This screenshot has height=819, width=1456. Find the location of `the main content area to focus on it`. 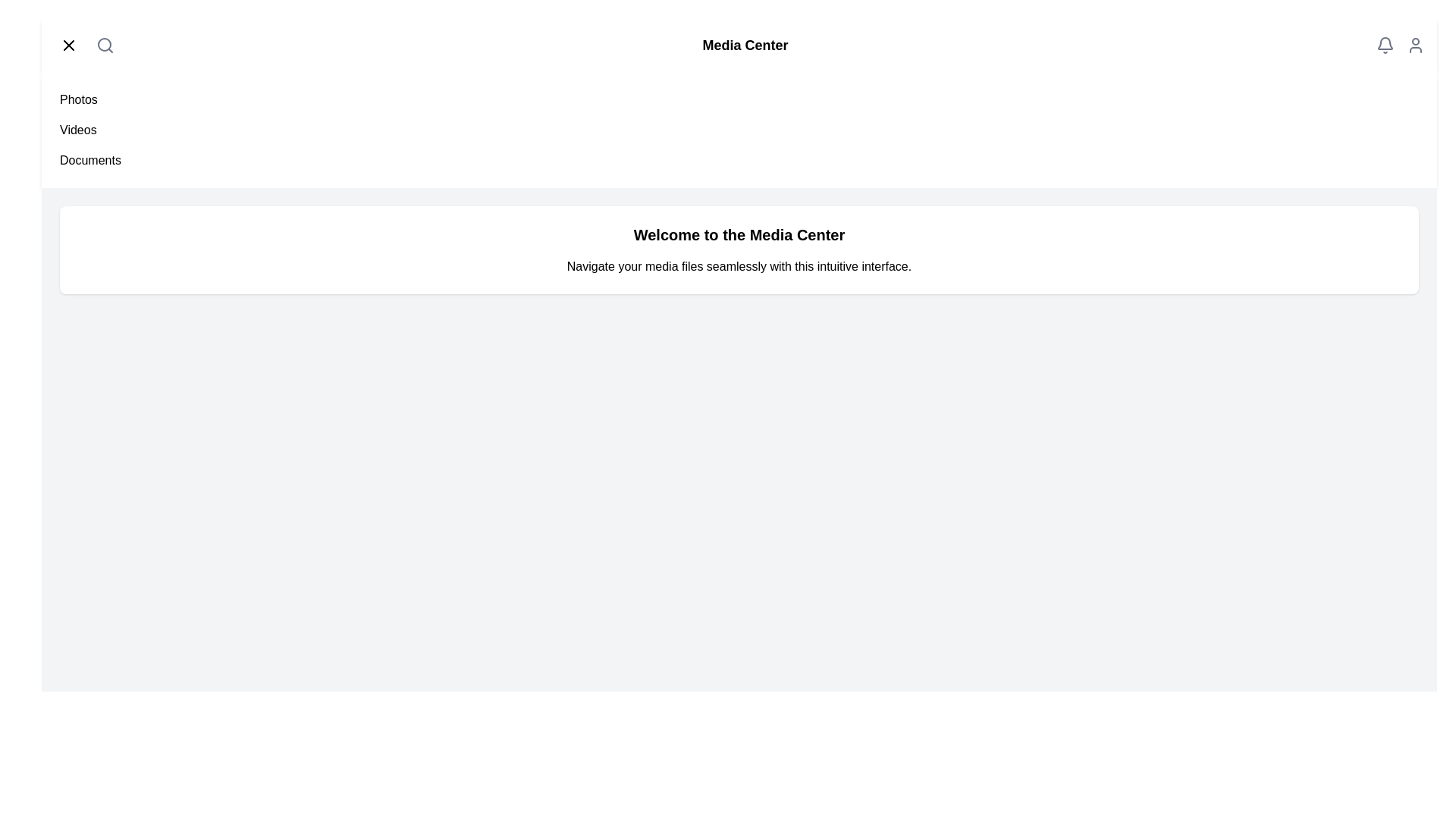

the main content area to focus on it is located at coordinates (739, 249).